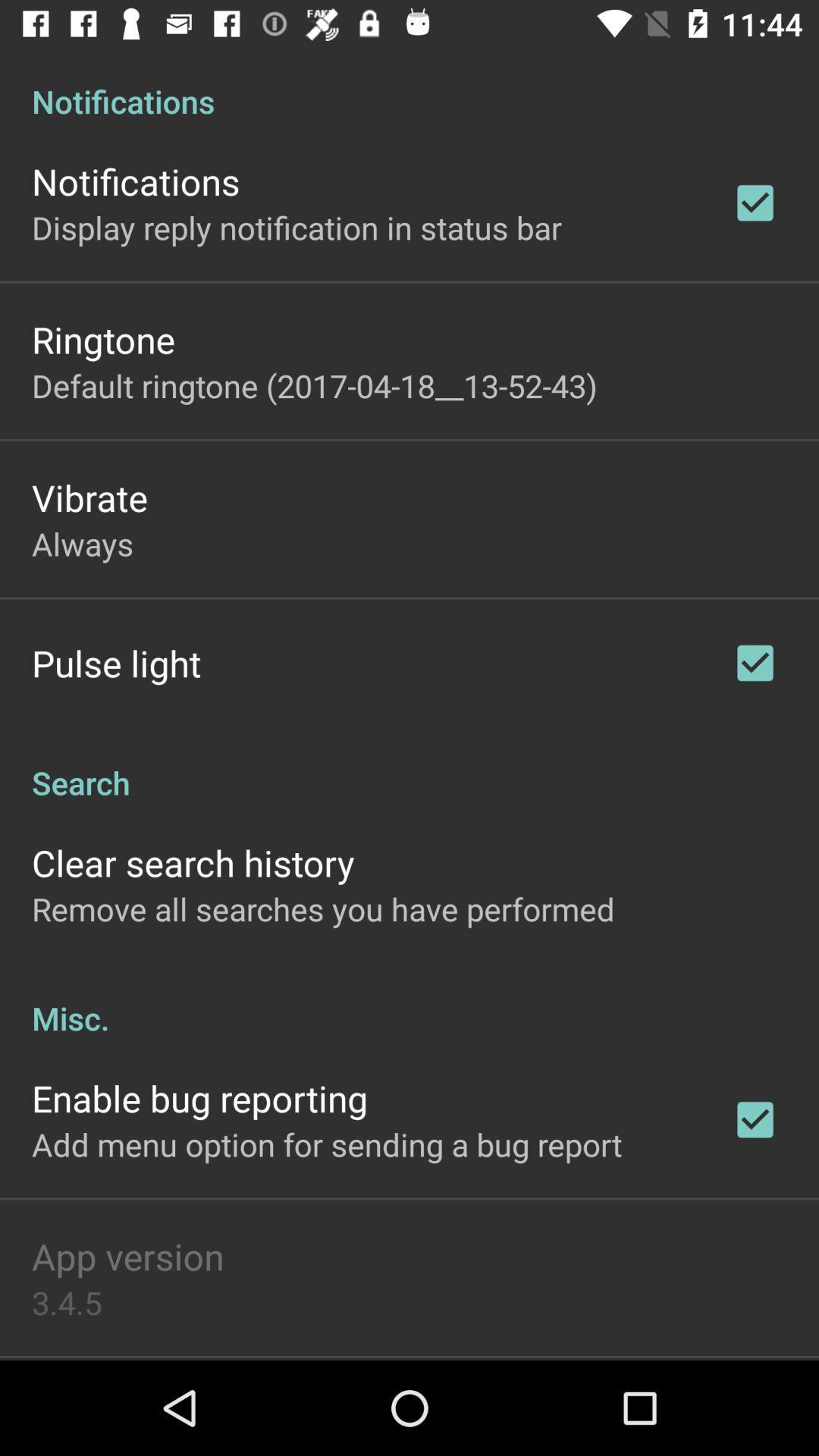 The width and height of the screenshot is (819, 1456). What do you see at coordinates (199, 1098) in the screenshot?
I see `the enable bug reporting icon` at bounding box center [199, 1098].